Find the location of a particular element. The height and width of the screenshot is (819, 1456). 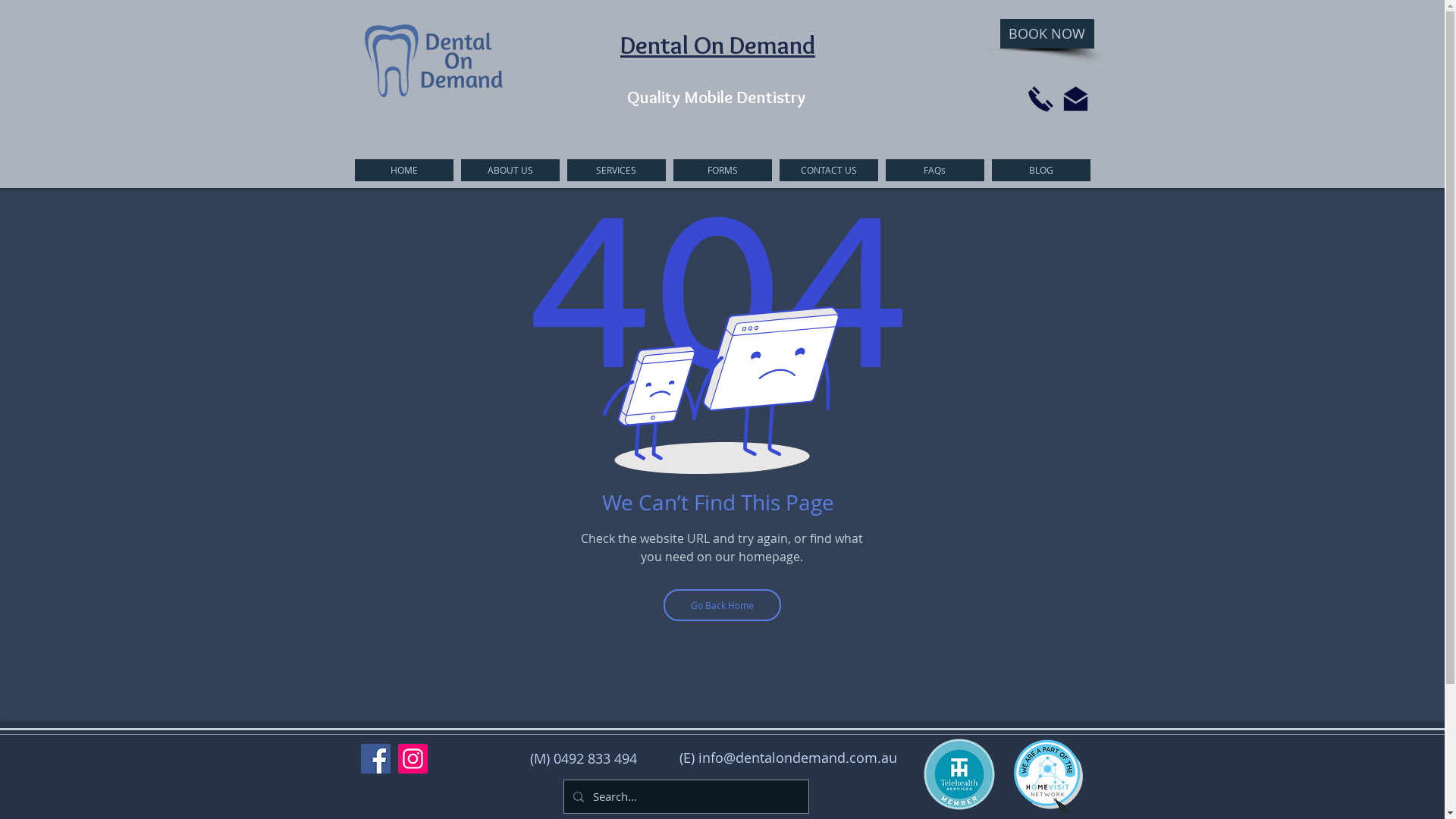

'ABOUT US' is located at coordinates (510, 170).